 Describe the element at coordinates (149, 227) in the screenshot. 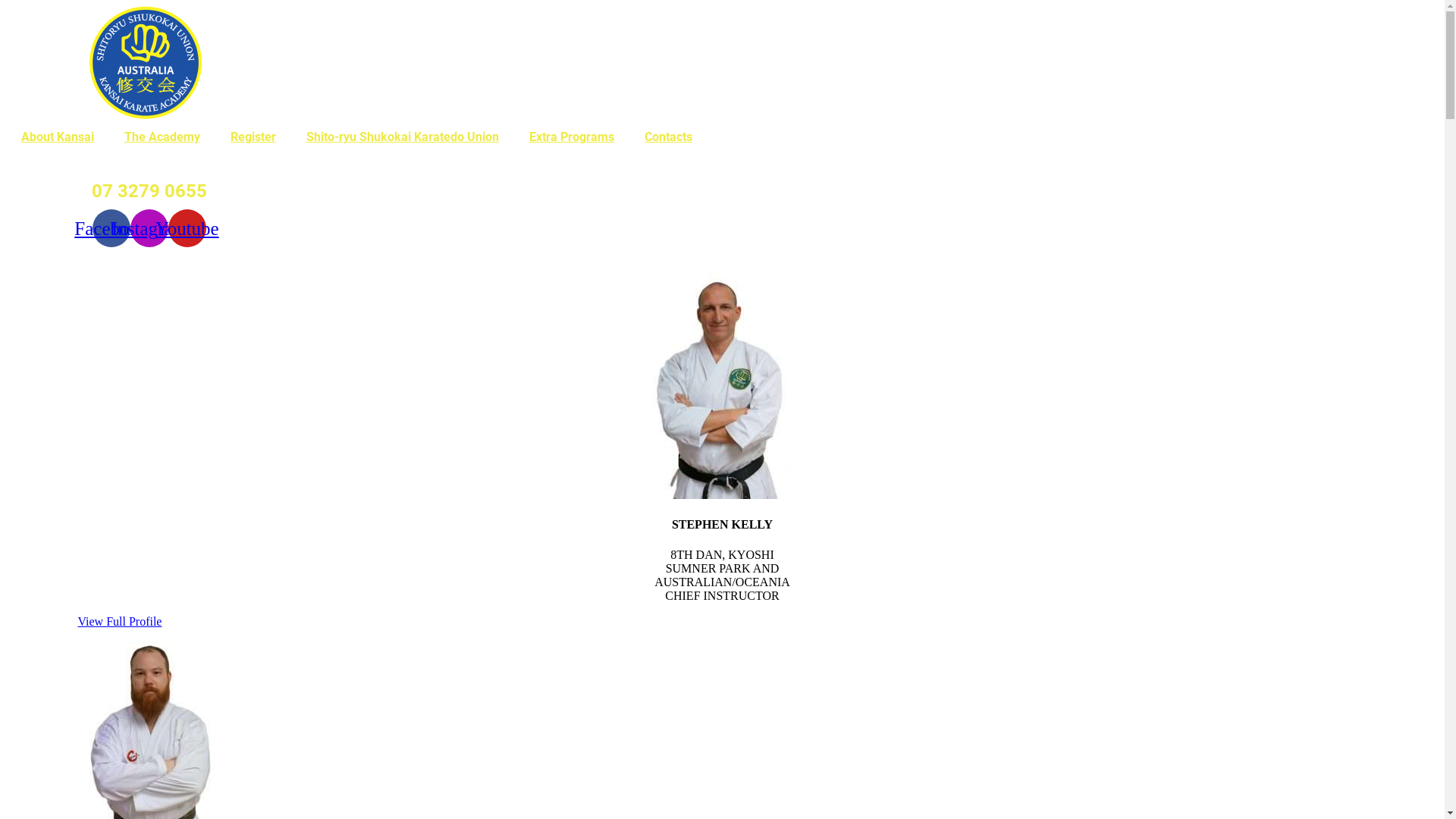

I see `'Instagram'` at that location.